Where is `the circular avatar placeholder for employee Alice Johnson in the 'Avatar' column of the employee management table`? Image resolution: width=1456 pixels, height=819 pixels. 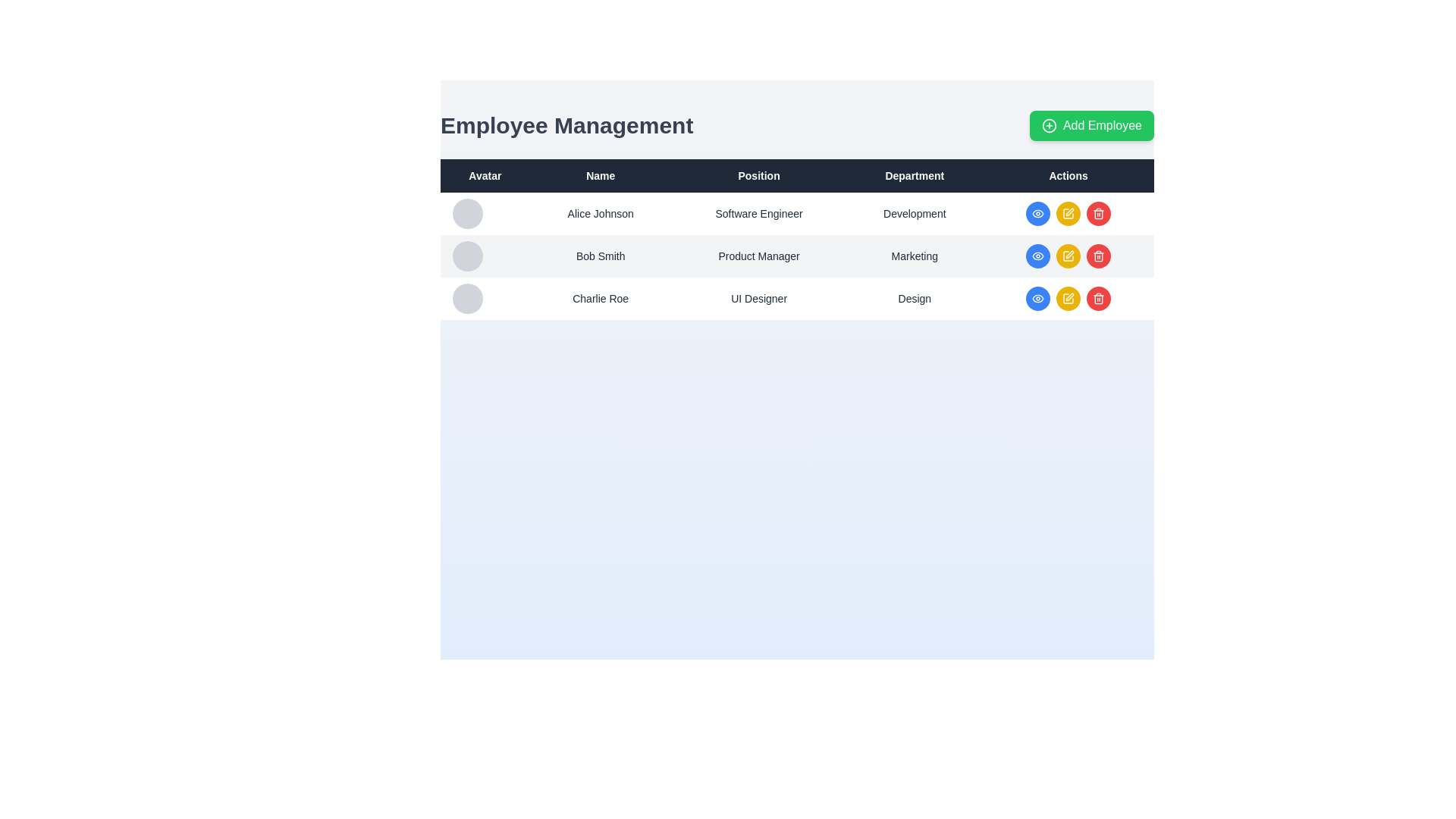 the circular avatar placeholder for employee Alice Johnson in the 'Avatar' column of the employee management table is located at coordinates (467, 213).